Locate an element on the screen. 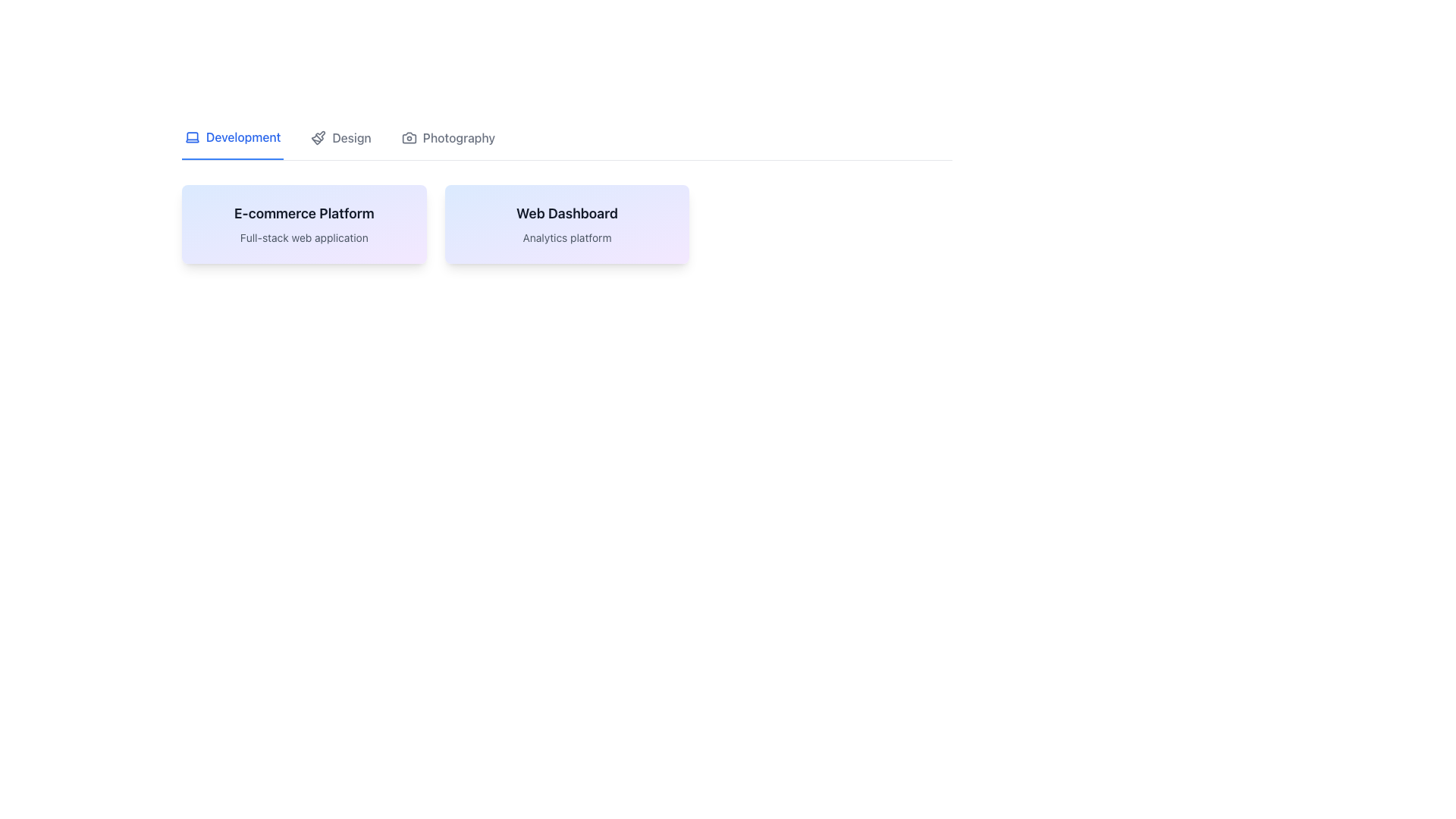  the laptop icon located to the left of the 'Development' label in the horizontal navigation bar for navigation context is located at coordinates (192, 137).